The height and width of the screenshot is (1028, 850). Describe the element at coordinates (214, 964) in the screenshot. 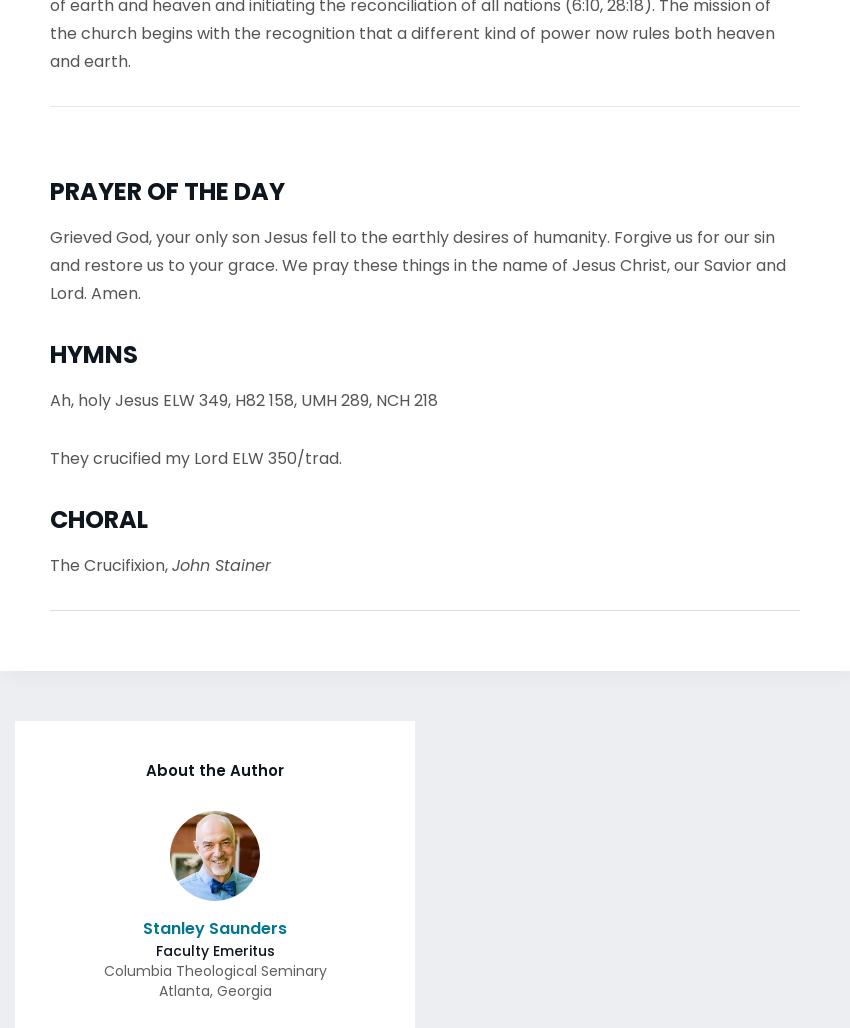

I see `'Columbia Theological Seminary'` at that location.